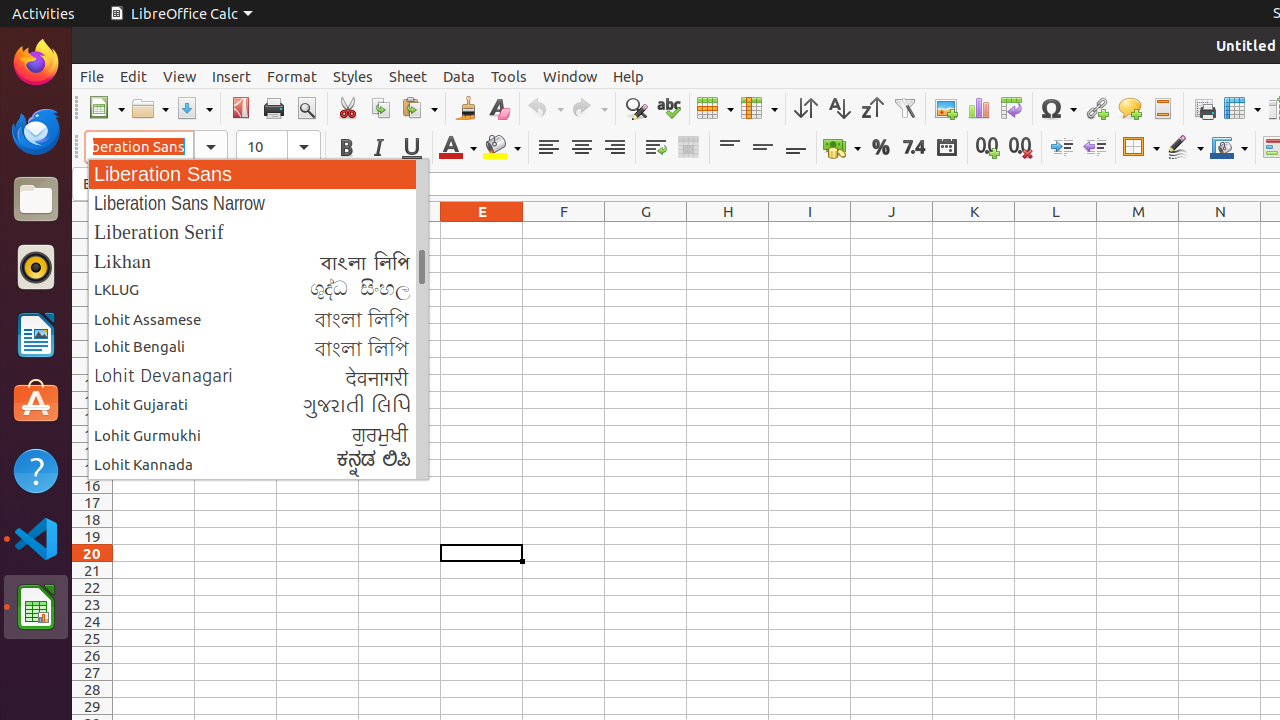 This screenshot has height=720, width=1280. What do you see at coordinates (688, 146) in the screenshot?
I see `'Merge and Center Cells'` at bounding box center [688, 146].